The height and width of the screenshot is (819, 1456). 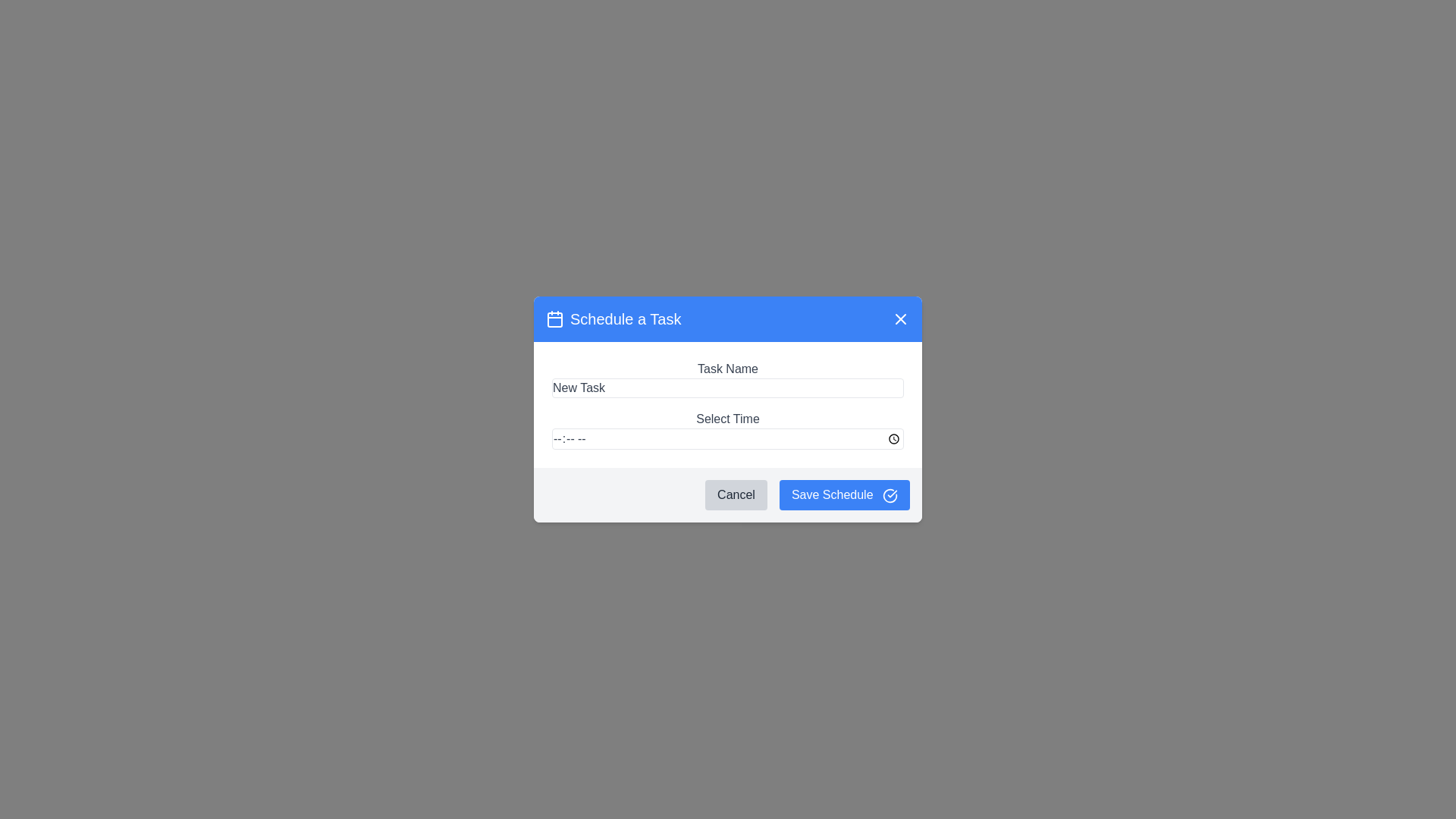 What do you see at coordinates (843, 494) in the screenshot?
I see `the 'Save Schedule' button to save the current schedule` at bounding box center [843, 494].